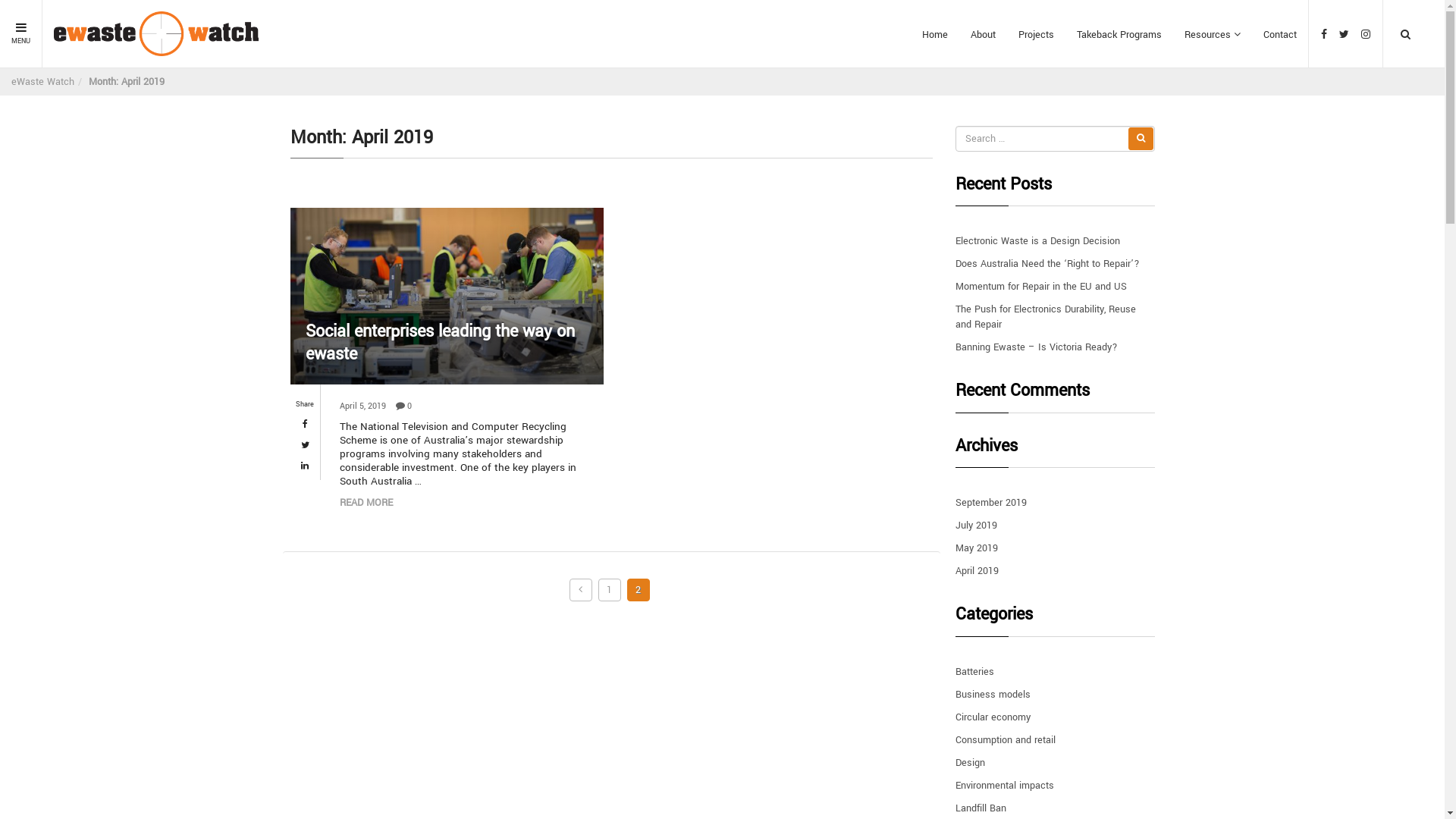 The height and width of the screenshot is (819, 1456). Describe the element at coordinates (977, 570) in the screenshot. I see `'April 2019'` at that location.